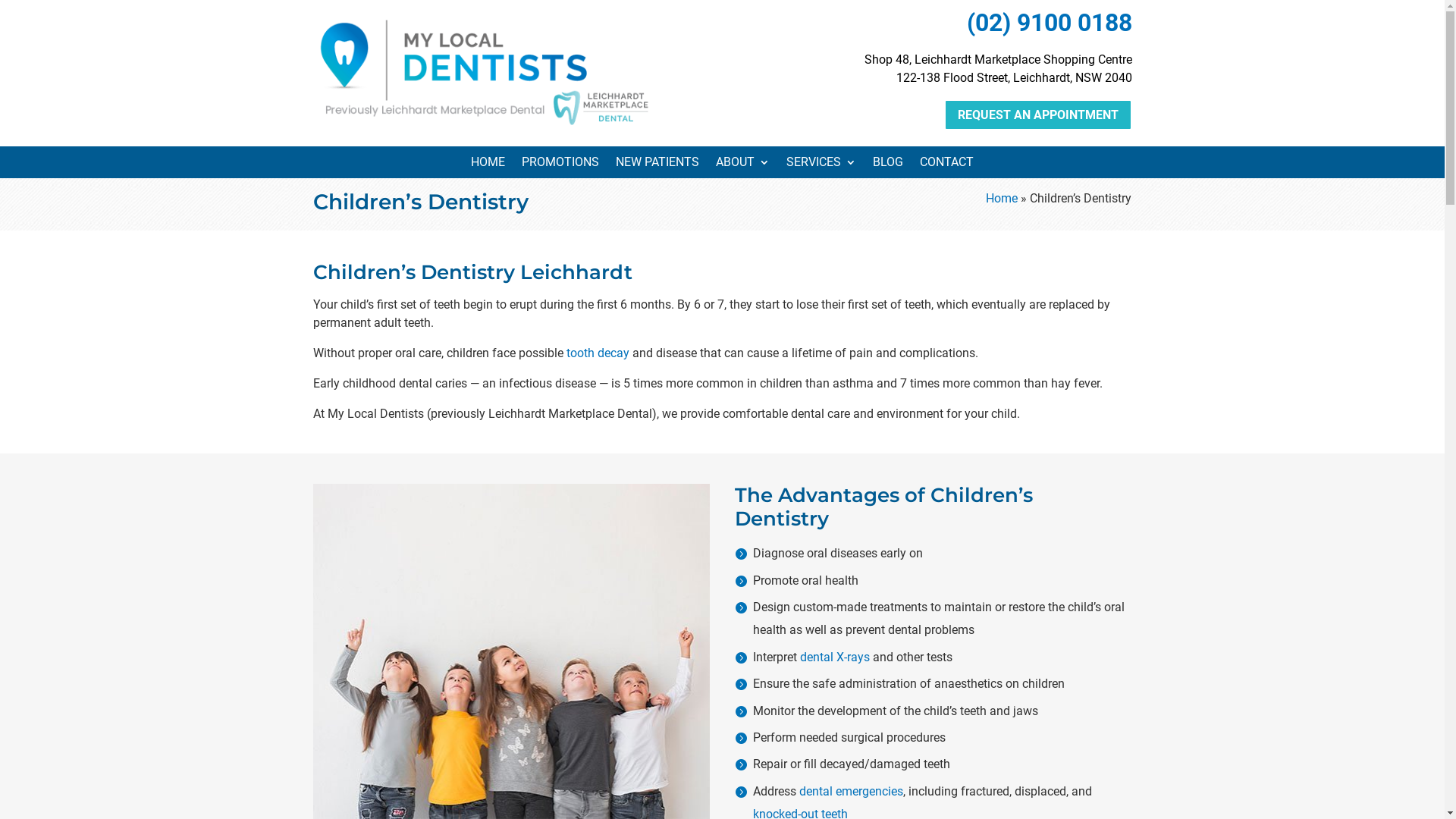 This screenshot has height=819, width=1456. What do you see at coordinates (488, 165) in the screenshot?
I see `'HOME'` at bounding box center [488, 165].